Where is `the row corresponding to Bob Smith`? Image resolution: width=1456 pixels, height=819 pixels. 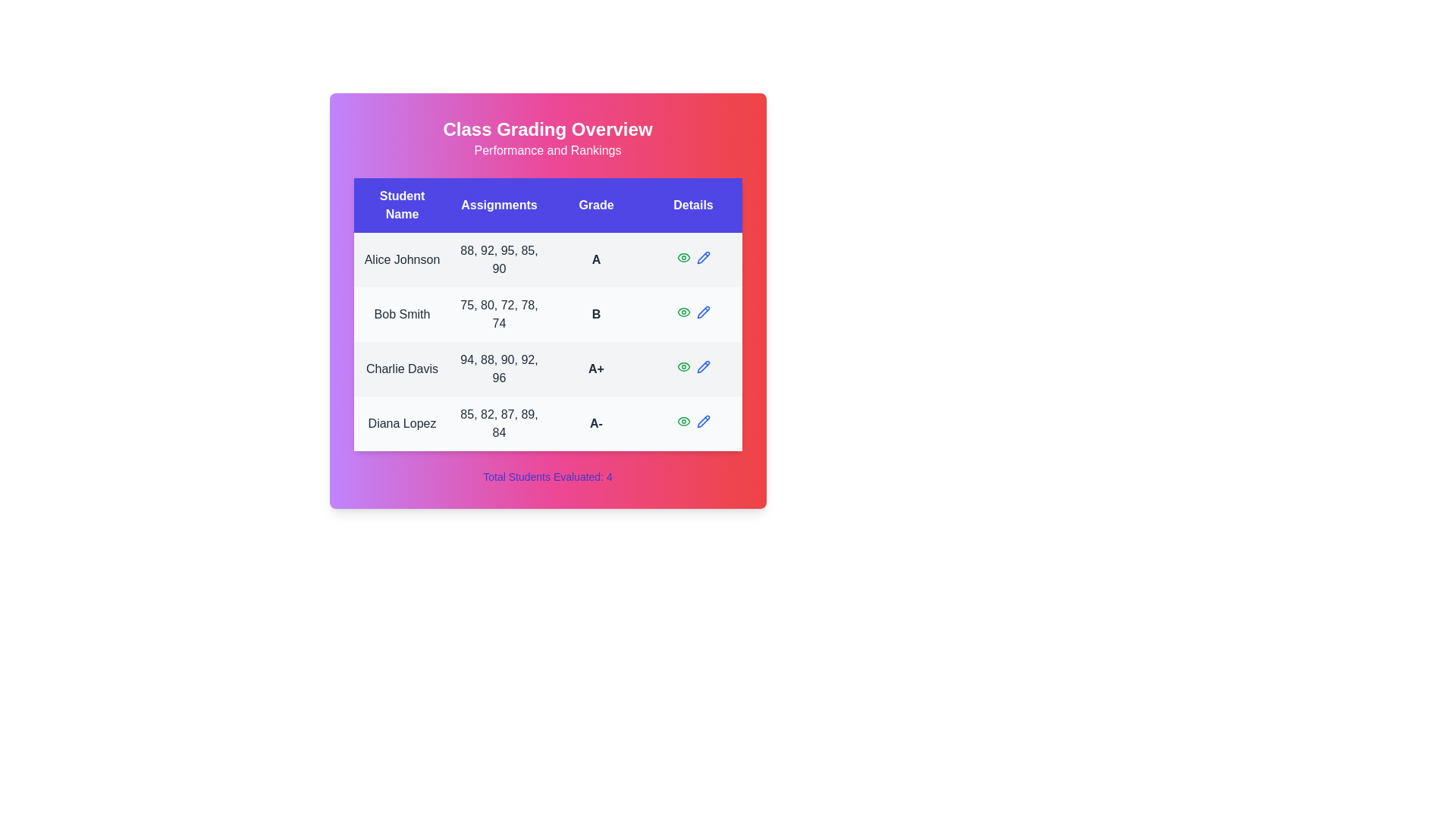
the row corresponding to Bob Smith is located at coordinates (547, 314).